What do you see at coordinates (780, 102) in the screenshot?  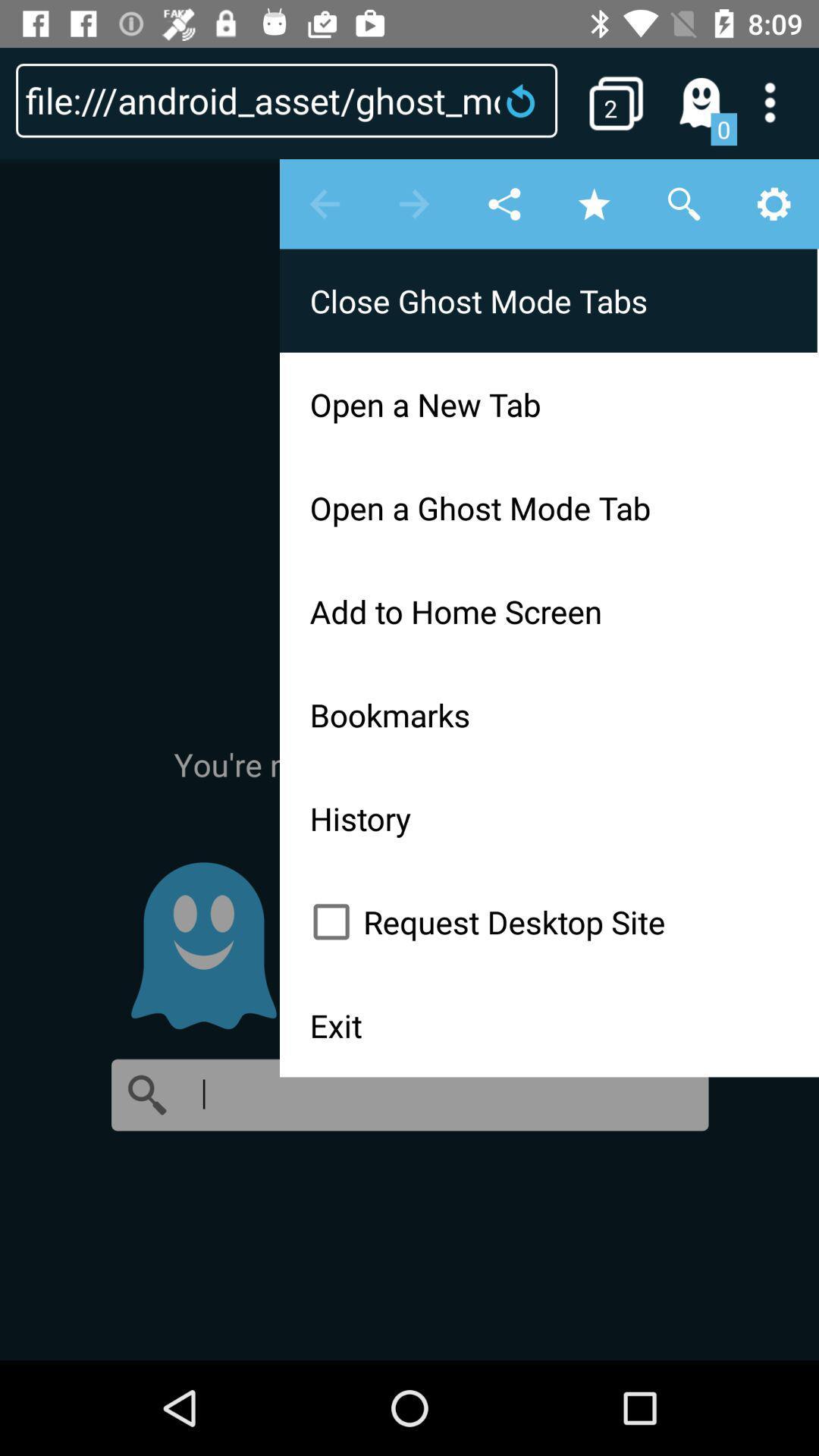 I see `more options` at bounding box center [780, 102].